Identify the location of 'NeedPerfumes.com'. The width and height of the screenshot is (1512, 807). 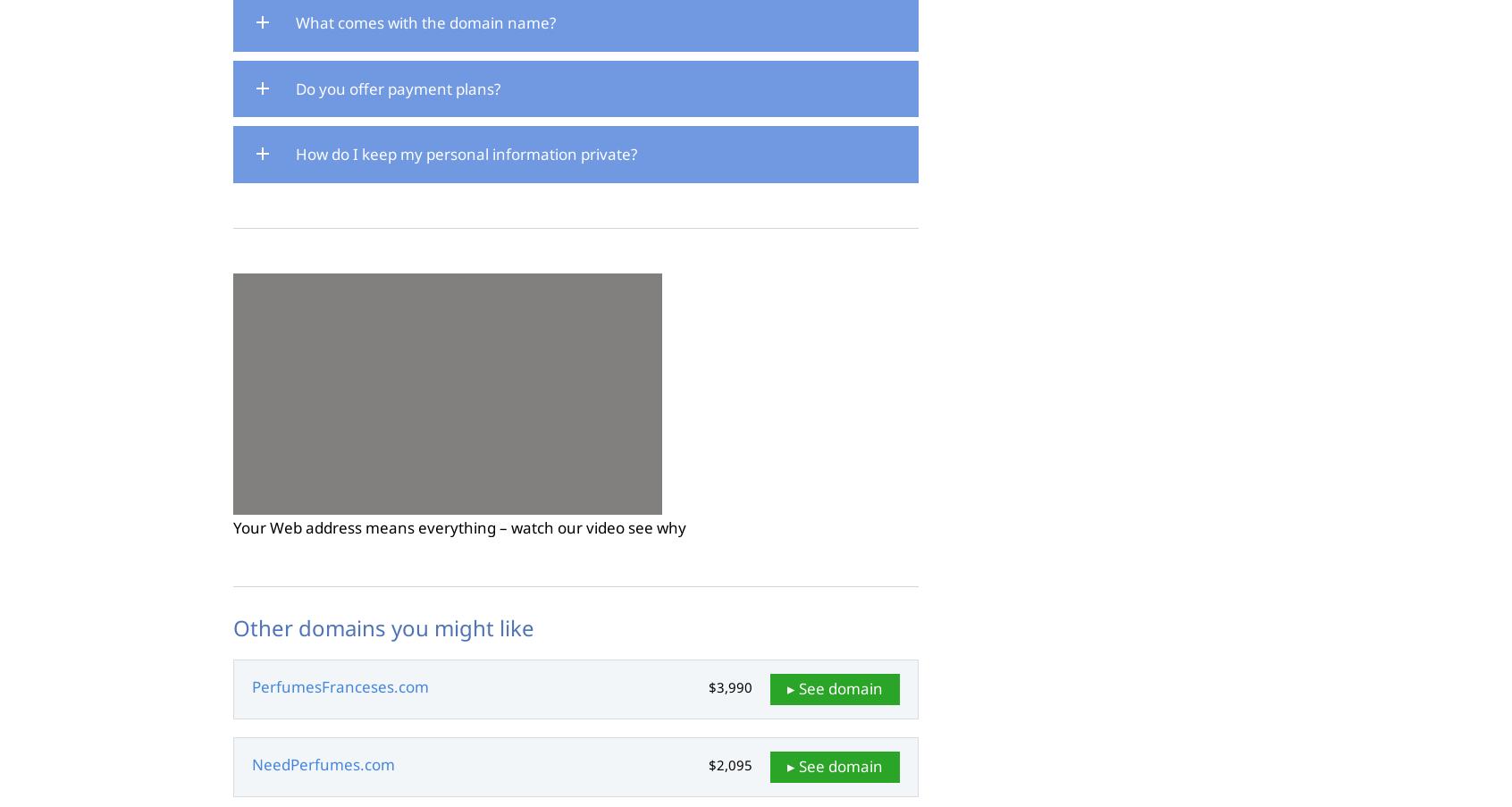
(252, 764).